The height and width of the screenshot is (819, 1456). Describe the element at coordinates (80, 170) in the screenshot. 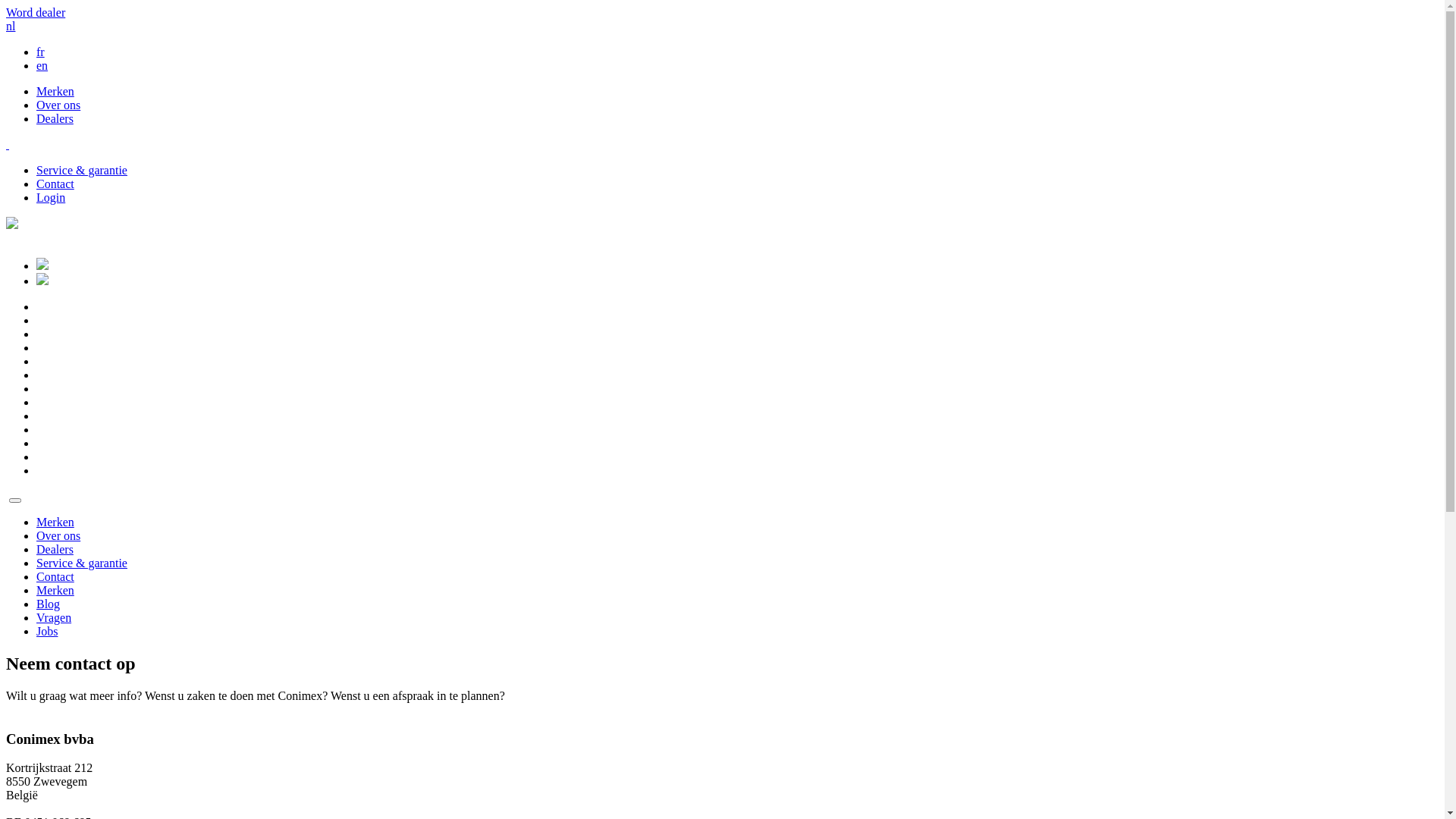

I see `'Service & garantie'` at that location.